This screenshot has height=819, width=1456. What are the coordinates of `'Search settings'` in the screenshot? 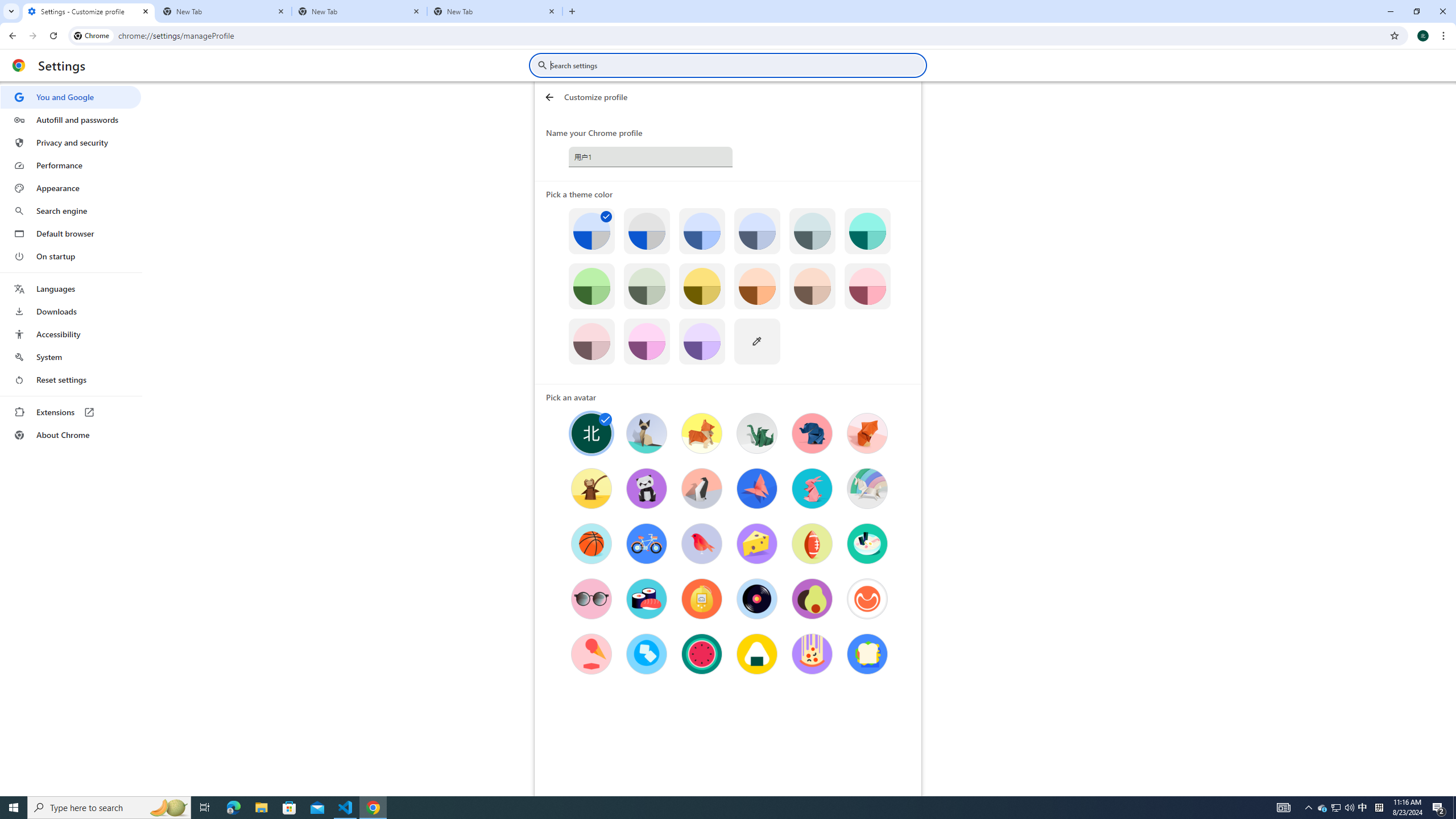 It's located at (735, 65).